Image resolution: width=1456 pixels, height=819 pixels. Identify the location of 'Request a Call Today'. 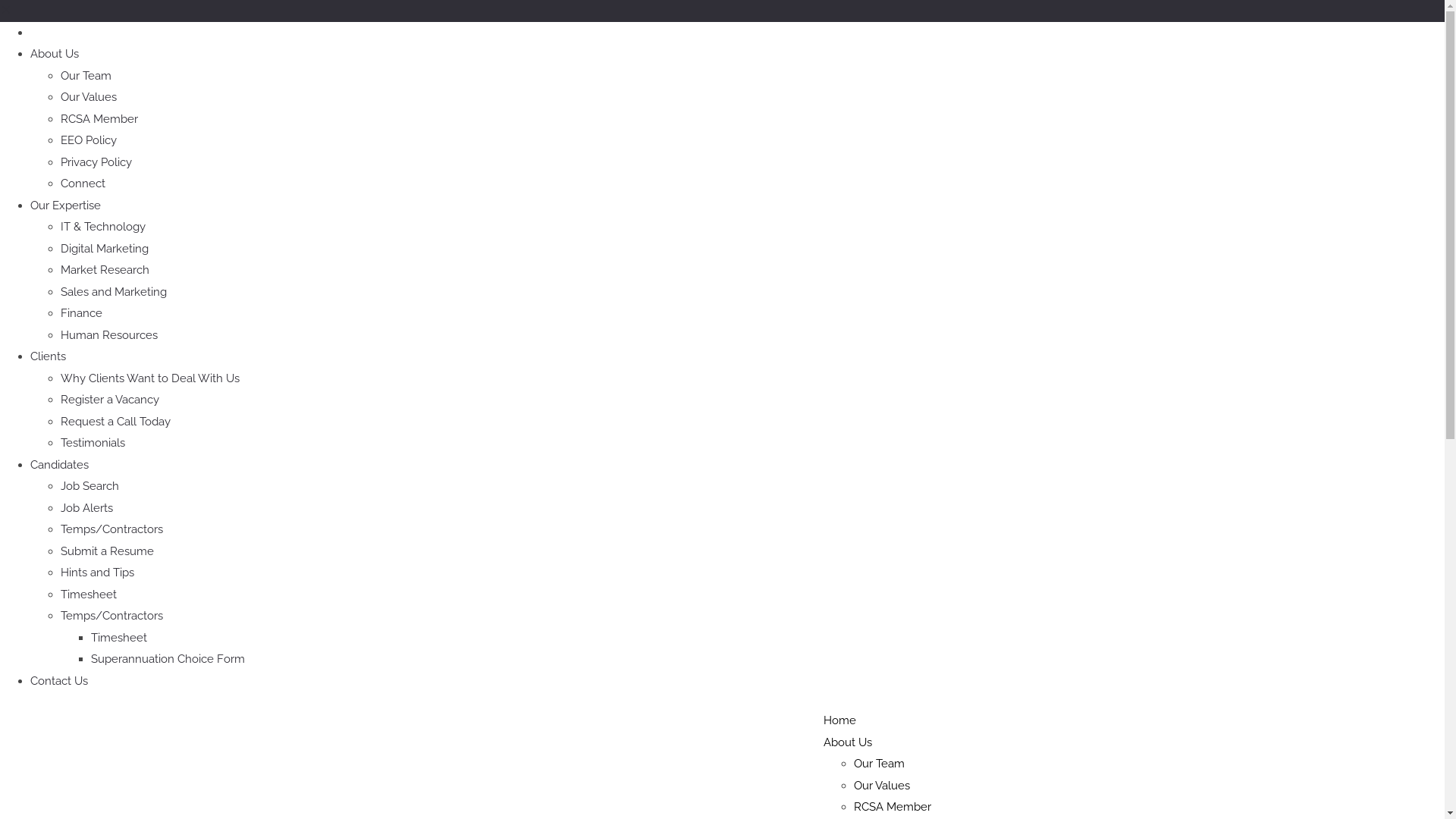
(115, 421).